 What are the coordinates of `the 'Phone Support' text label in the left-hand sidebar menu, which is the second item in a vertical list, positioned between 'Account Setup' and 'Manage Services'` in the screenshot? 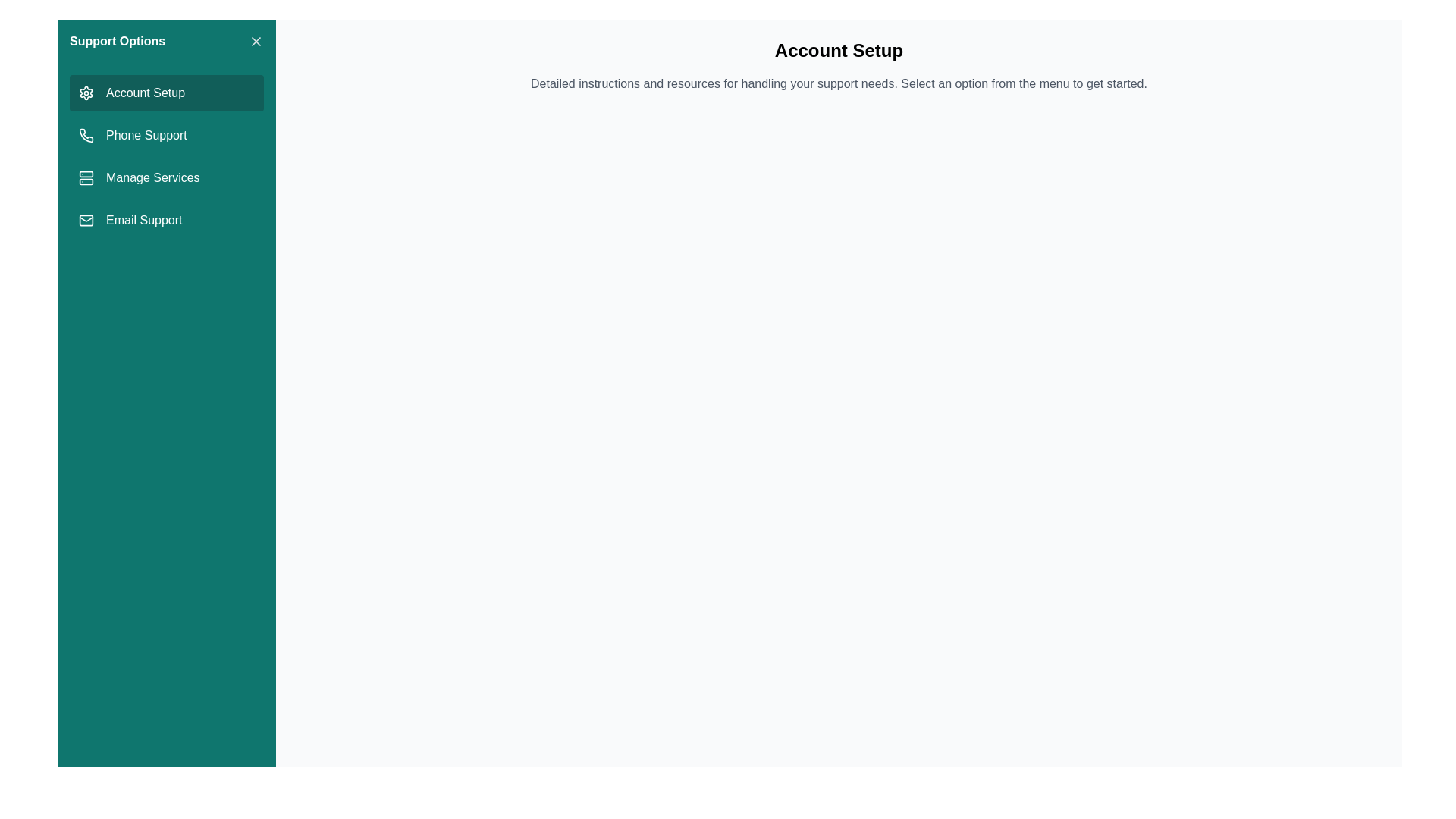 It's located at (146, 134).